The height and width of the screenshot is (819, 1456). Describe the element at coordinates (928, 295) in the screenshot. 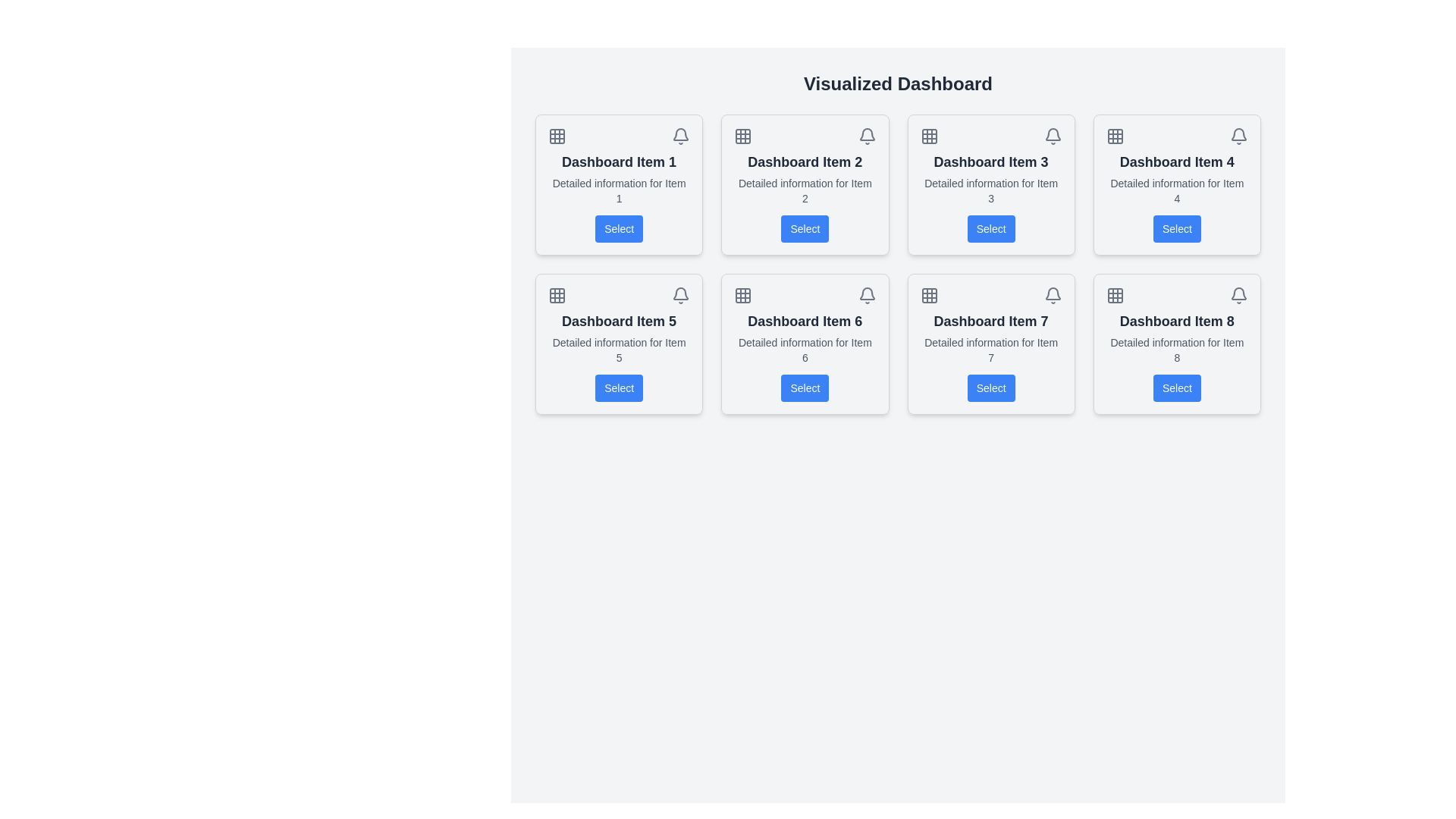

I see `the grid icon located above the title 'Dashboard Item 7' and to the left of the notification bell icon` at that location.